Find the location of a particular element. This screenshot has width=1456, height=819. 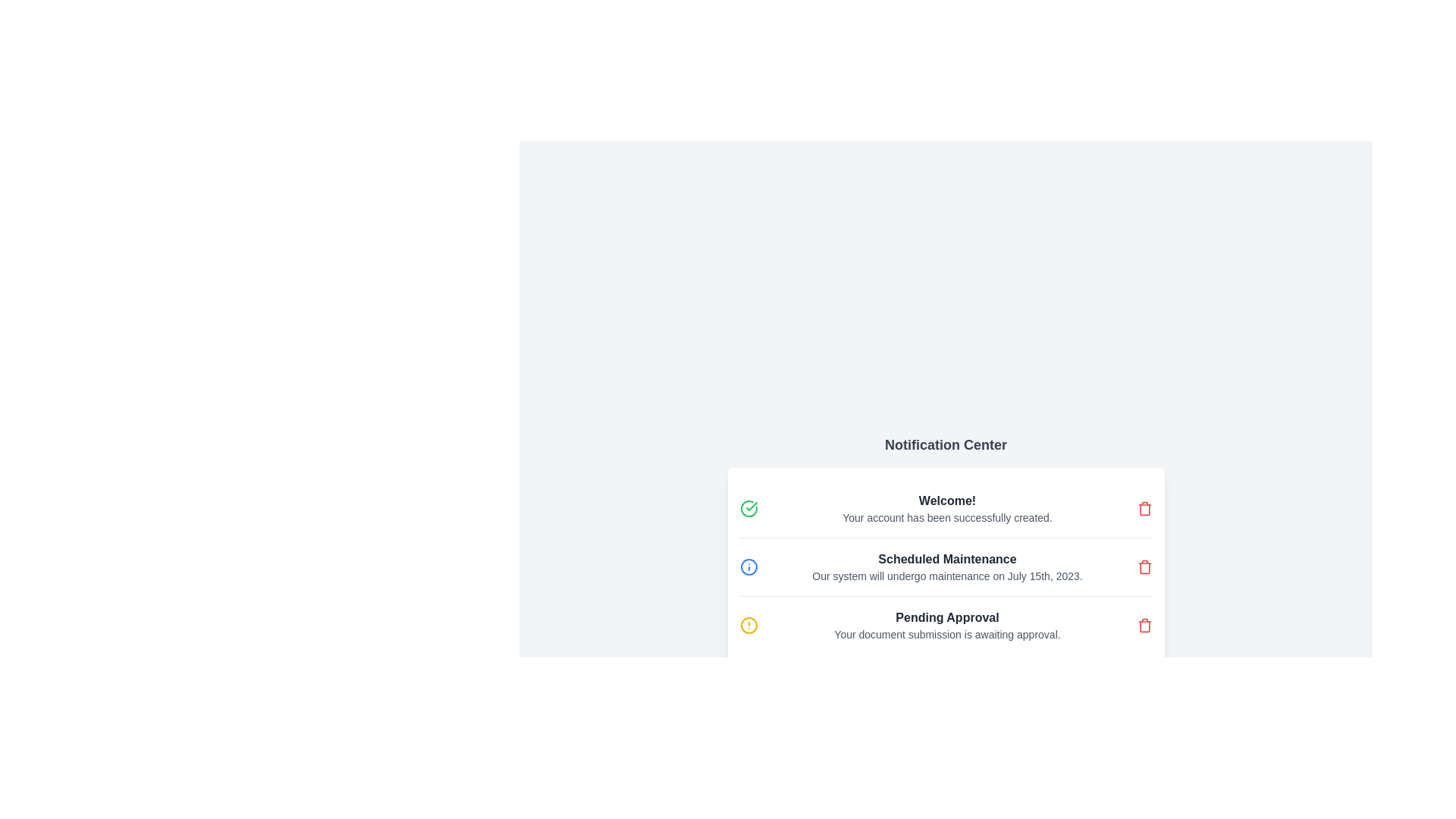

the informational text that displays the message 'Your account has been successfully created.' which is styled in gray and positioned below the 'Welcome!' heading in the notification card is located at coordinates (946, 516).